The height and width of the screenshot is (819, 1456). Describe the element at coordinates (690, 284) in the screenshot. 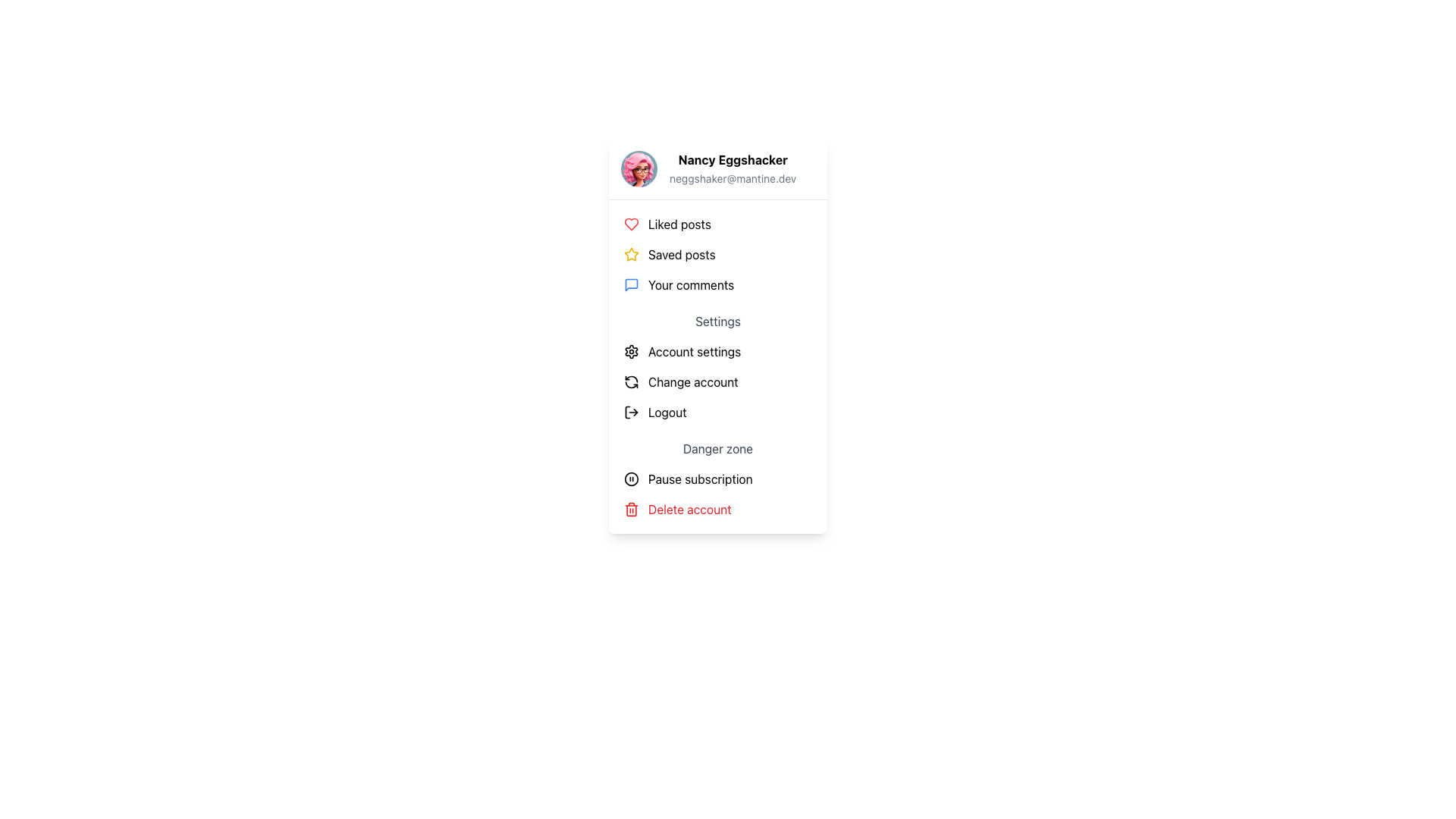

I see `the text label displaying 'Your comments'` at that location.